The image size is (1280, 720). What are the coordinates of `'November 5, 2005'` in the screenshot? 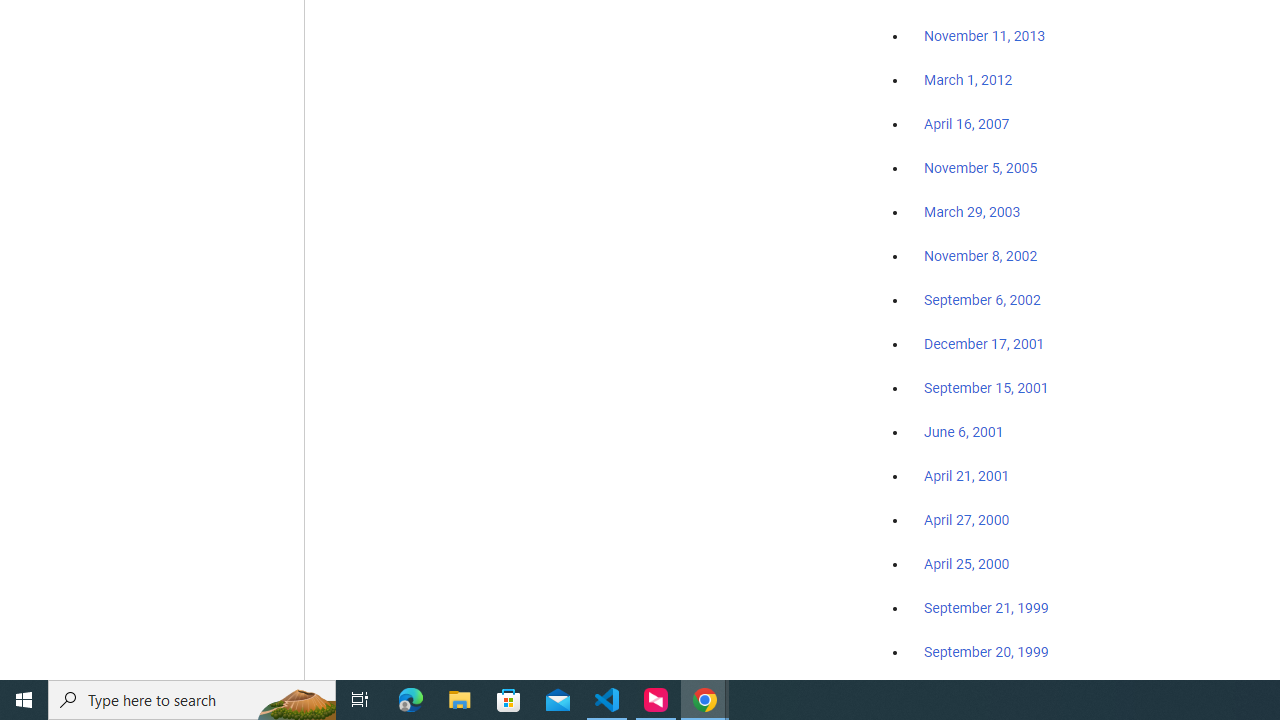 It's located at (981, 167).